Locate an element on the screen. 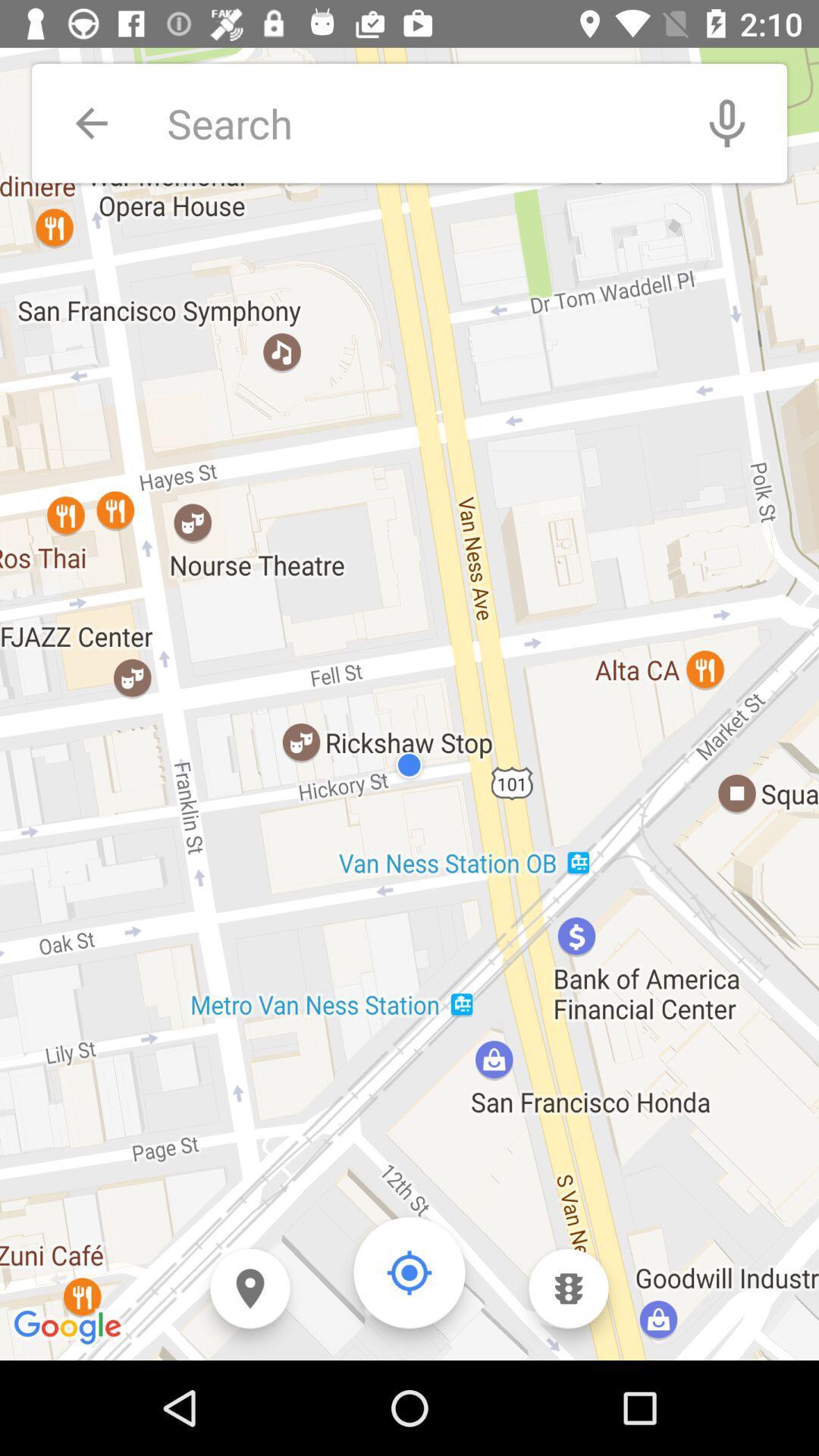  traffic view icon is located at coordinates (568, 1288).